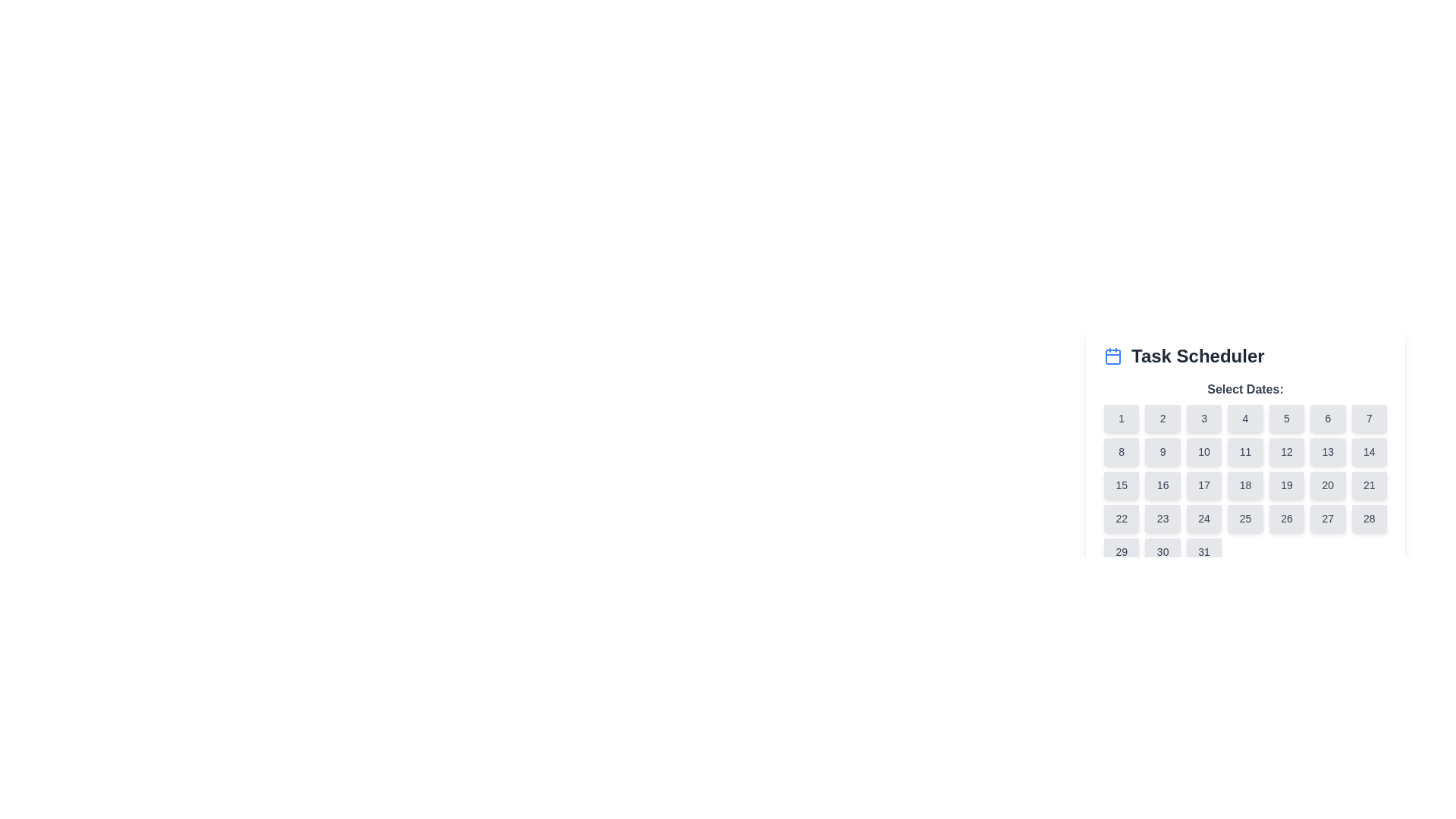 This screenshot has height=819, width=1456. Describe the element at coordinates (1285, 485) in the screenshot. I see `the button representing the date '19' on the calendar located in the third row and fifth column` at that location.